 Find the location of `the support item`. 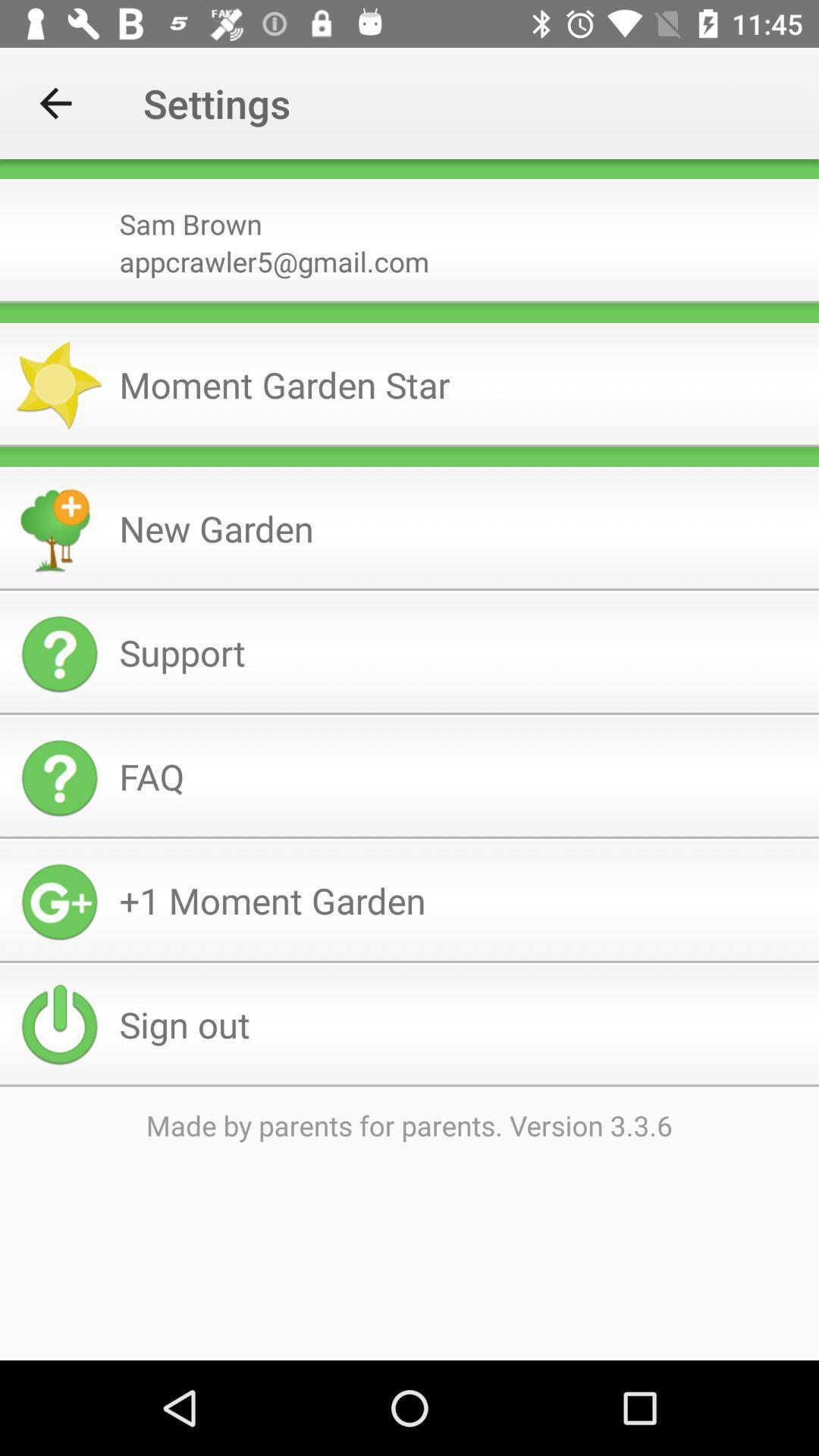

the support item is located at coordinates (462, 652).